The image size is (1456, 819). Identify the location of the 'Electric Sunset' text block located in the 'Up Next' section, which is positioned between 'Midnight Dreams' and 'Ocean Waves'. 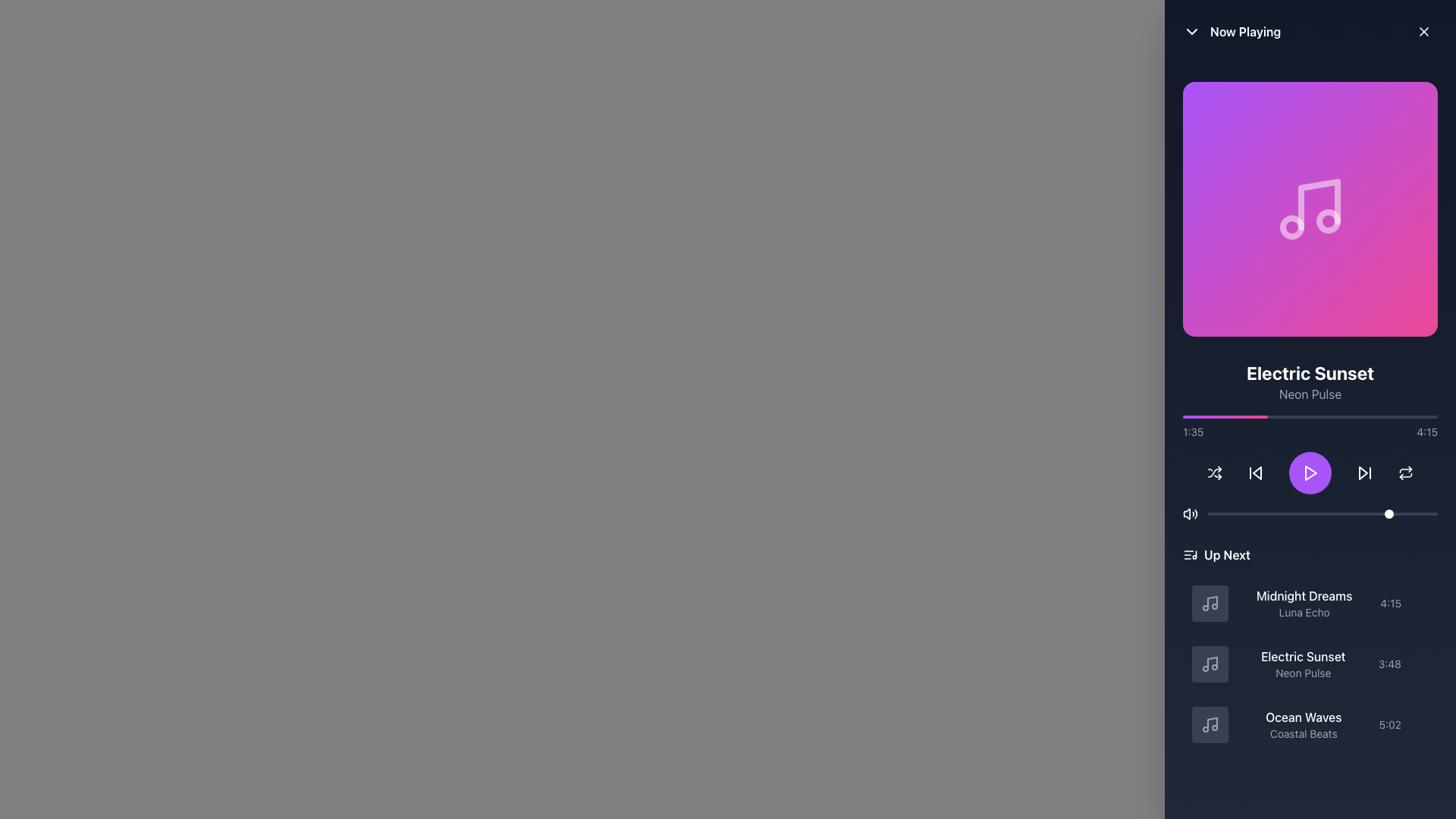
(1302, 663).